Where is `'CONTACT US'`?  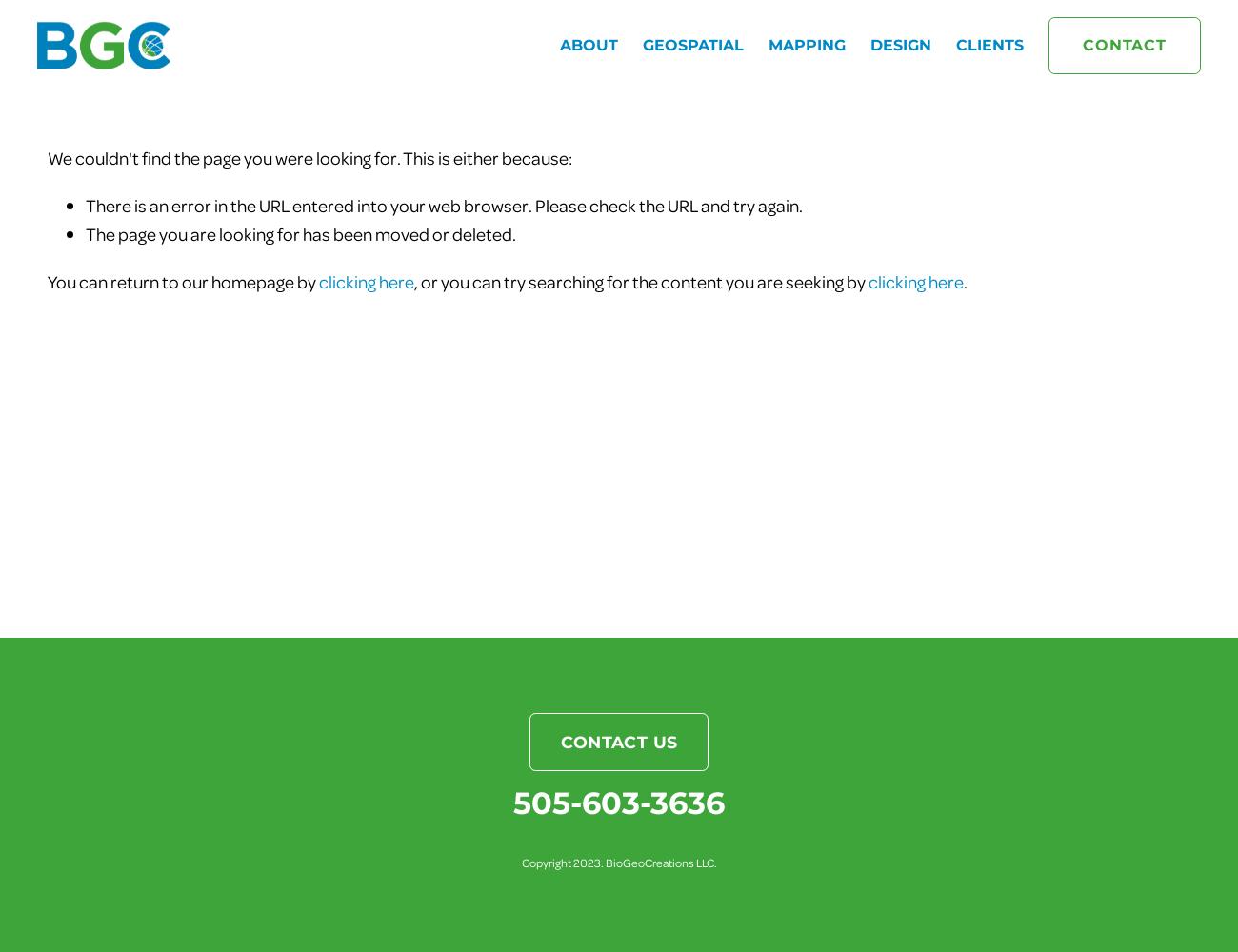 'CONTACT US' is located at coordinates (618, 742).